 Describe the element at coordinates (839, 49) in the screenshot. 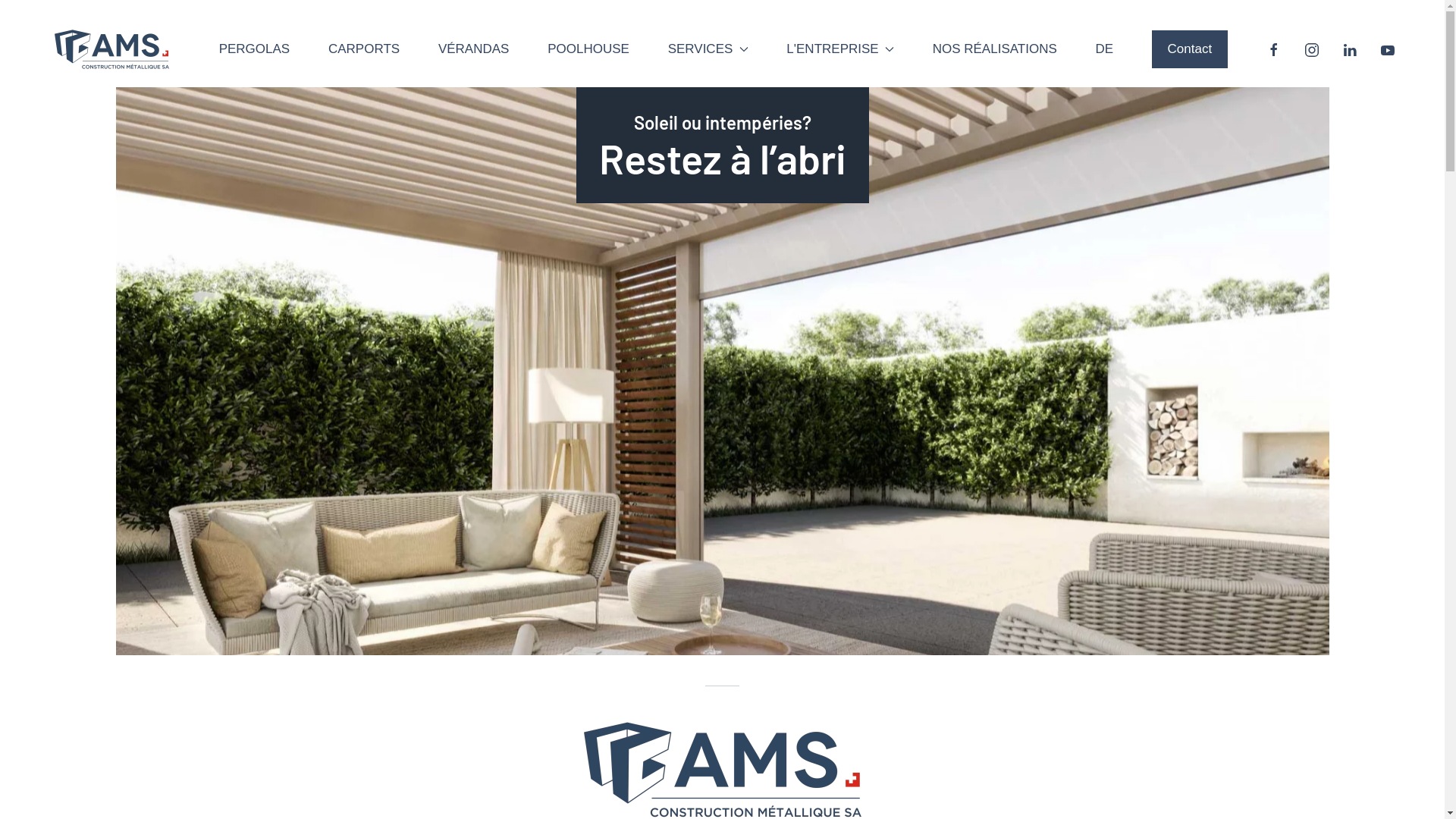

I see `'L'ENTREPRISE'` at that location.